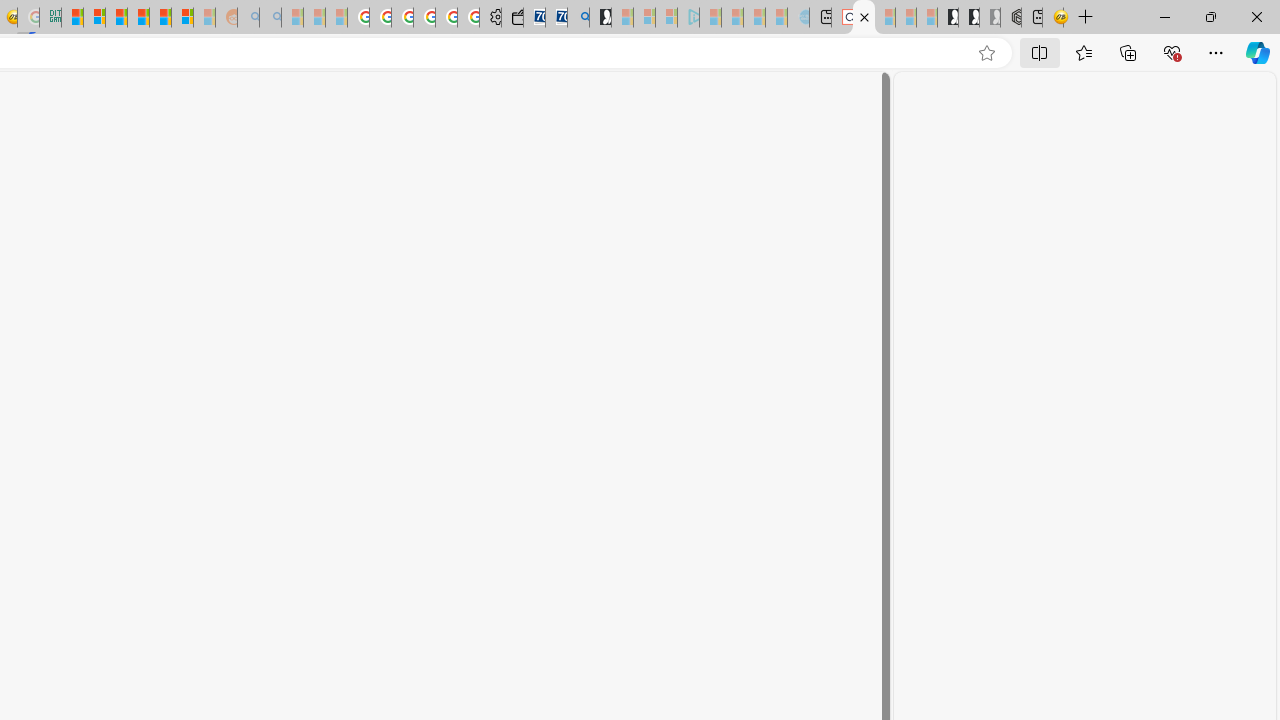 This screenshot has height=720, width=1280. Describe the element at coordinates (1257, 51) in the screenshot. I see `'Copilot (Ctrl+Shift+.)'` at that location.